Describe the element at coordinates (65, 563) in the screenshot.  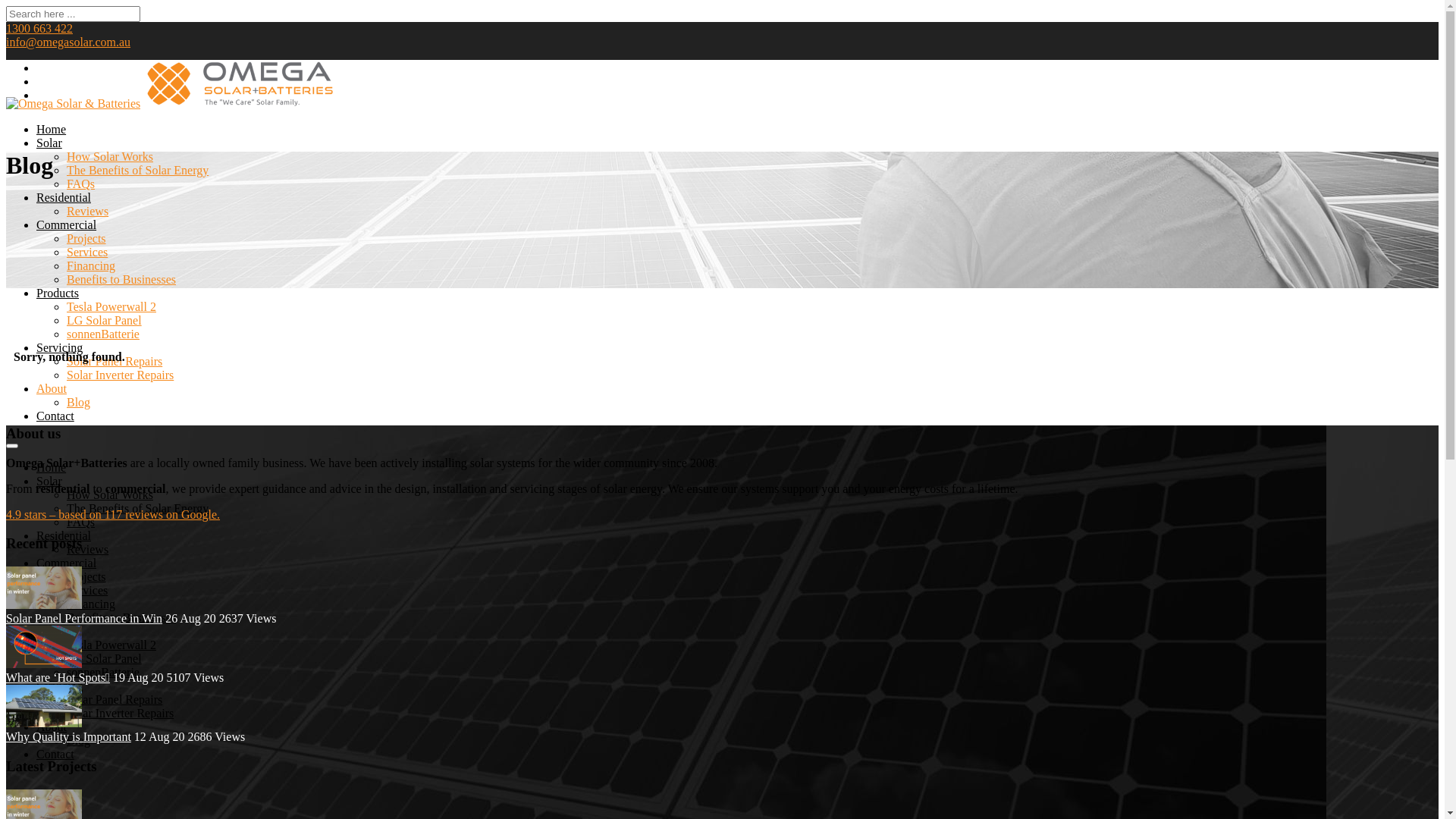
I see `'Commercial'` at that location.